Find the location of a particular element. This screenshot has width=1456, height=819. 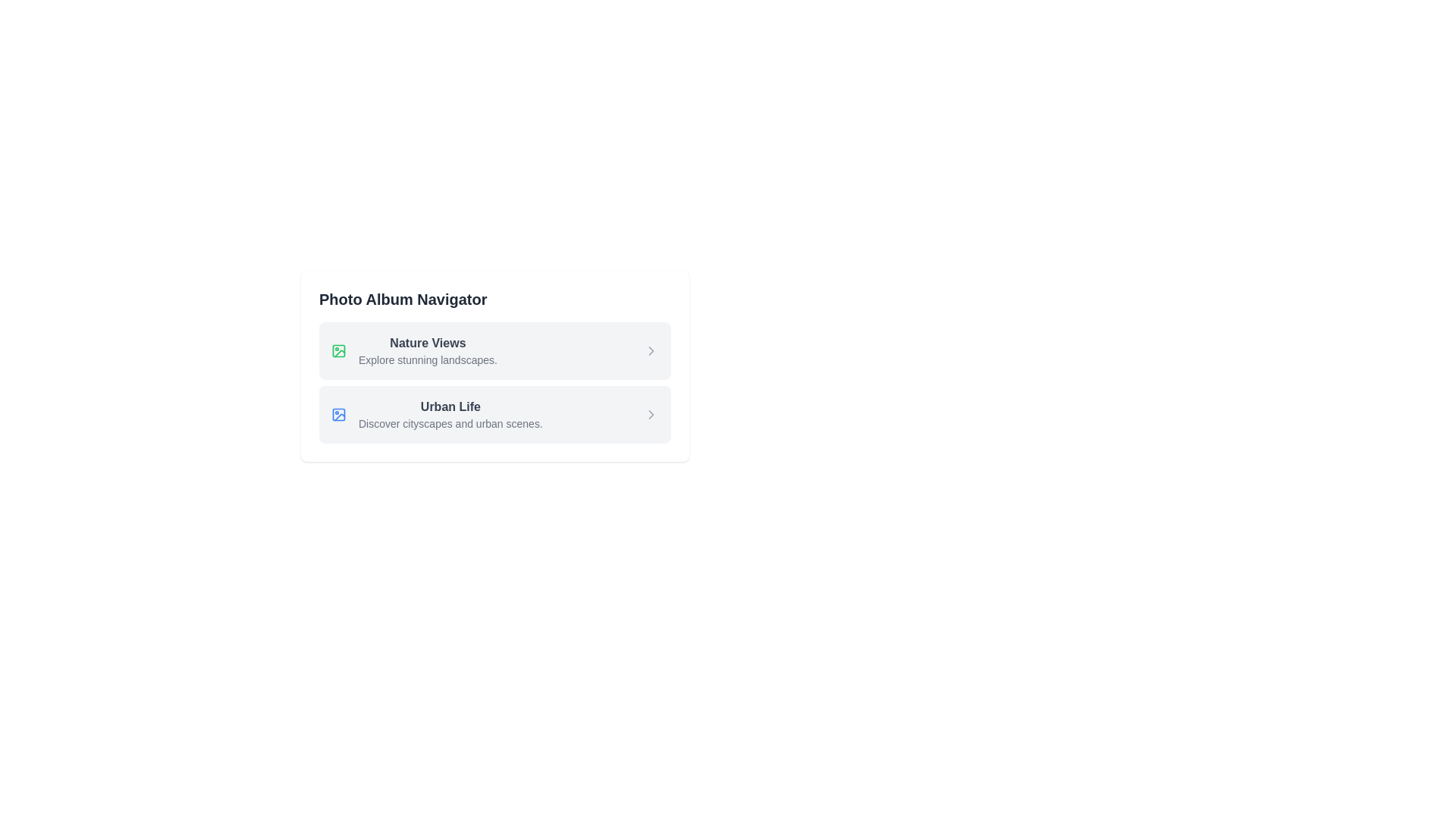

descriptive text from the 'Urban Life' category label located in the second navigational item of the 'Photo Album Navigator' section, directly beneath the 'Urban Life' title is located at coordinates (450, 424).